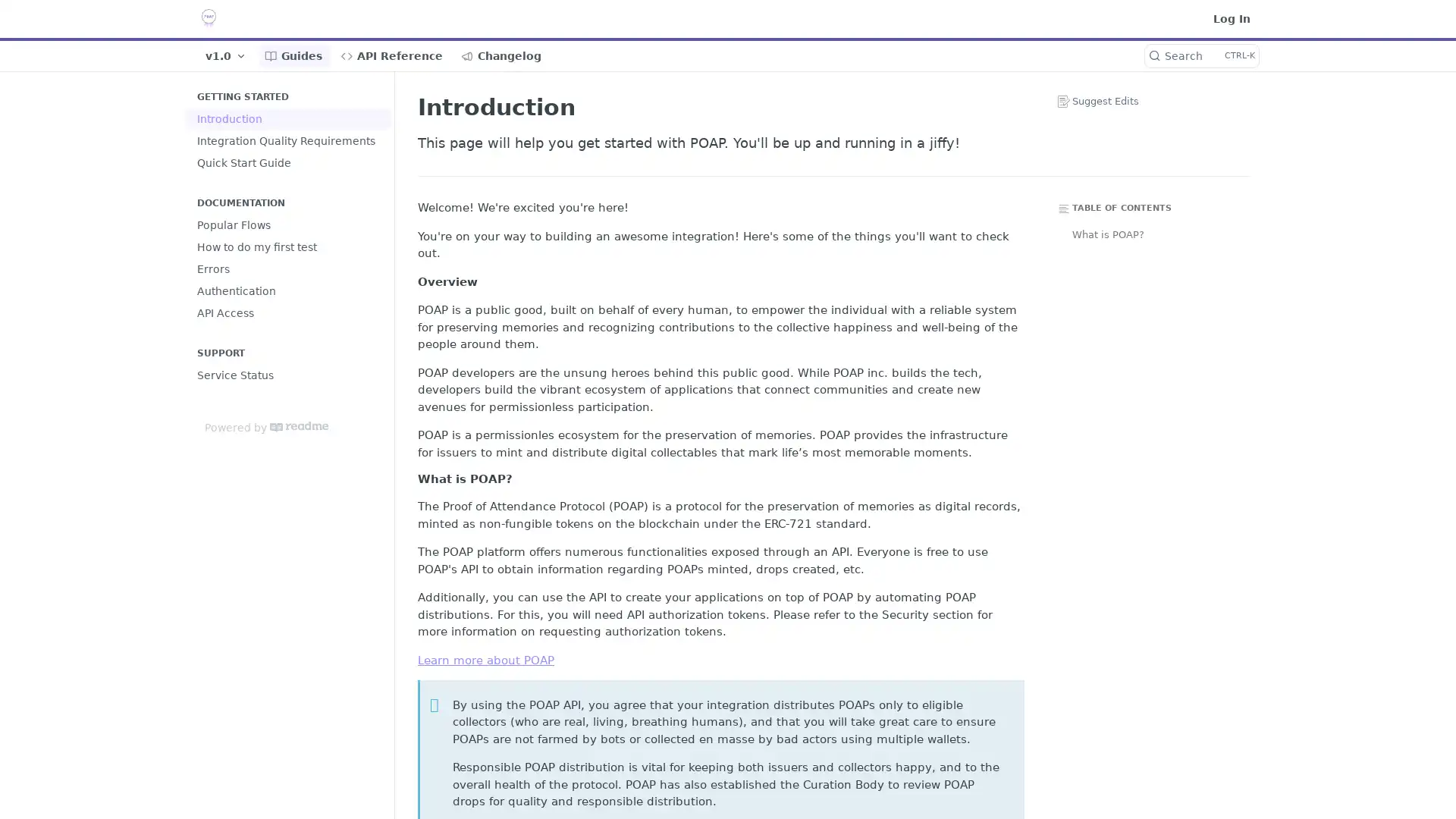 The image size is (1456, 819). What do you see at coordinates (224, 55) in the screenshot?
I see `v1.0` at bounding box center [224, 55].